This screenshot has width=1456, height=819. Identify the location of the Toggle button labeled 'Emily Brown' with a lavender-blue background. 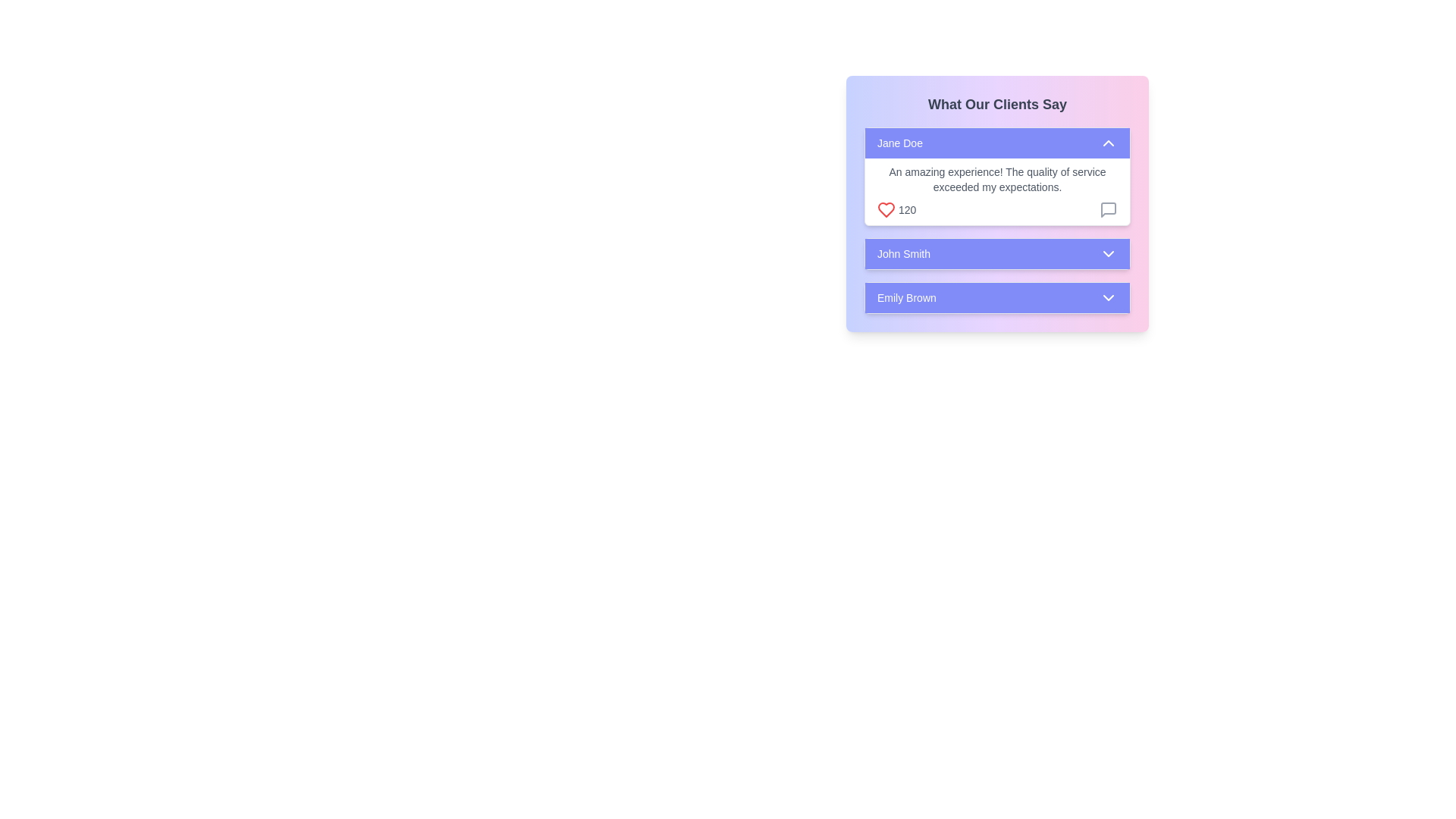
(997, 298).